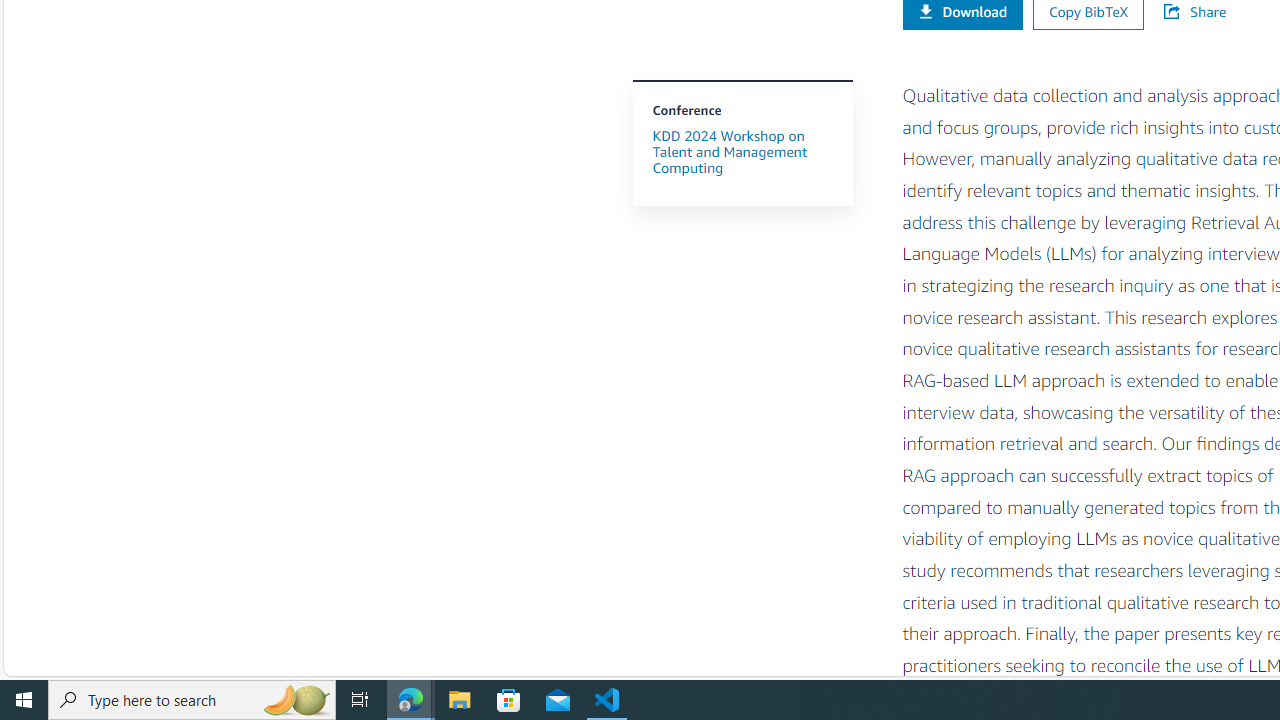 The image size is (1280, 720). Describe the element at coordinates (741, 150) in the screenshot. I see `'KDD 2024 Workshop on Talent and Management Computing'` at that location.